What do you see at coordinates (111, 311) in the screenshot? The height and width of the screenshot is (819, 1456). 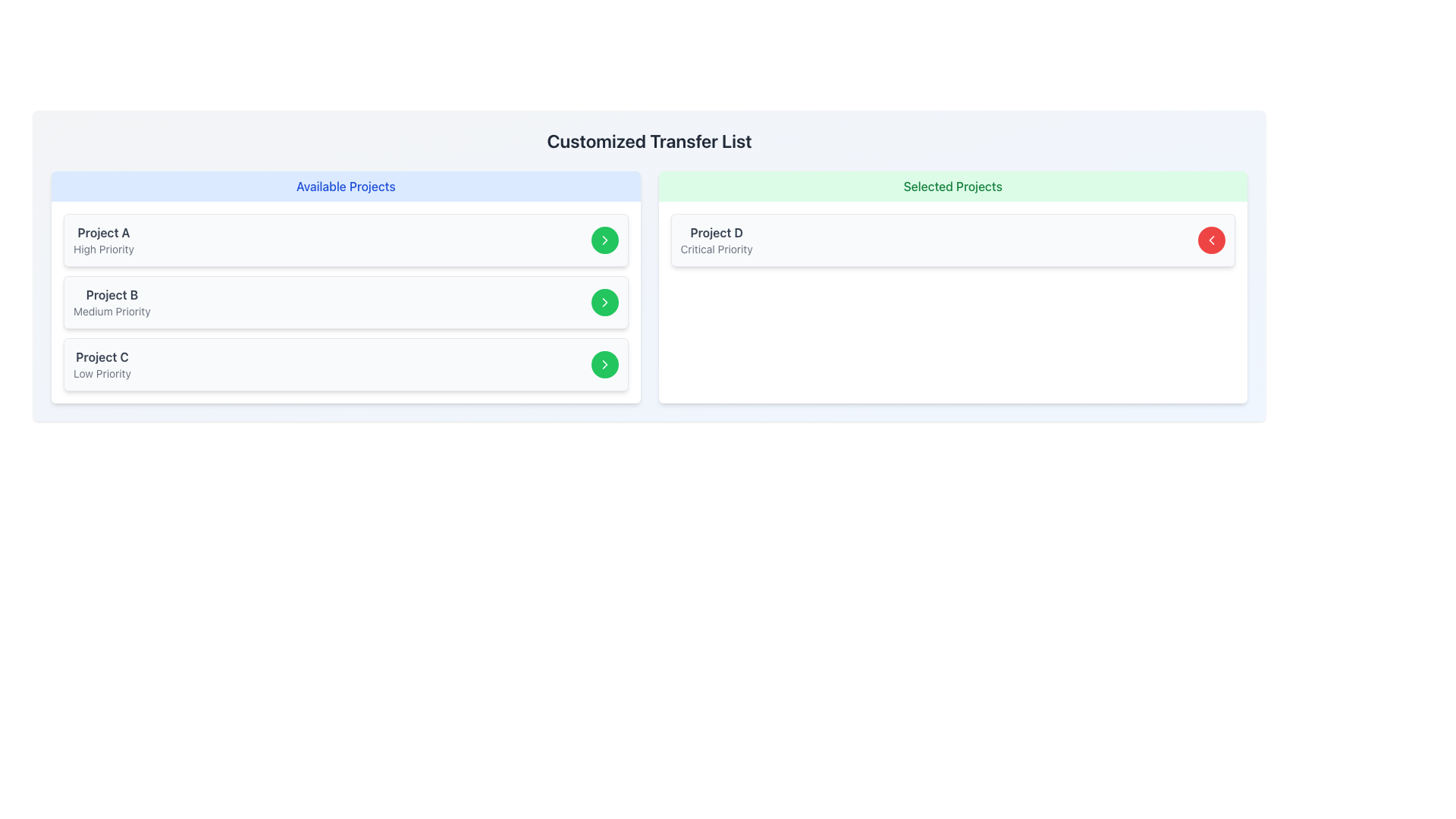 I see `the 'Medium Priority' text label located beneath the 'Project B' label in the 'Available Projects' section` at bounding box center [111, 311].